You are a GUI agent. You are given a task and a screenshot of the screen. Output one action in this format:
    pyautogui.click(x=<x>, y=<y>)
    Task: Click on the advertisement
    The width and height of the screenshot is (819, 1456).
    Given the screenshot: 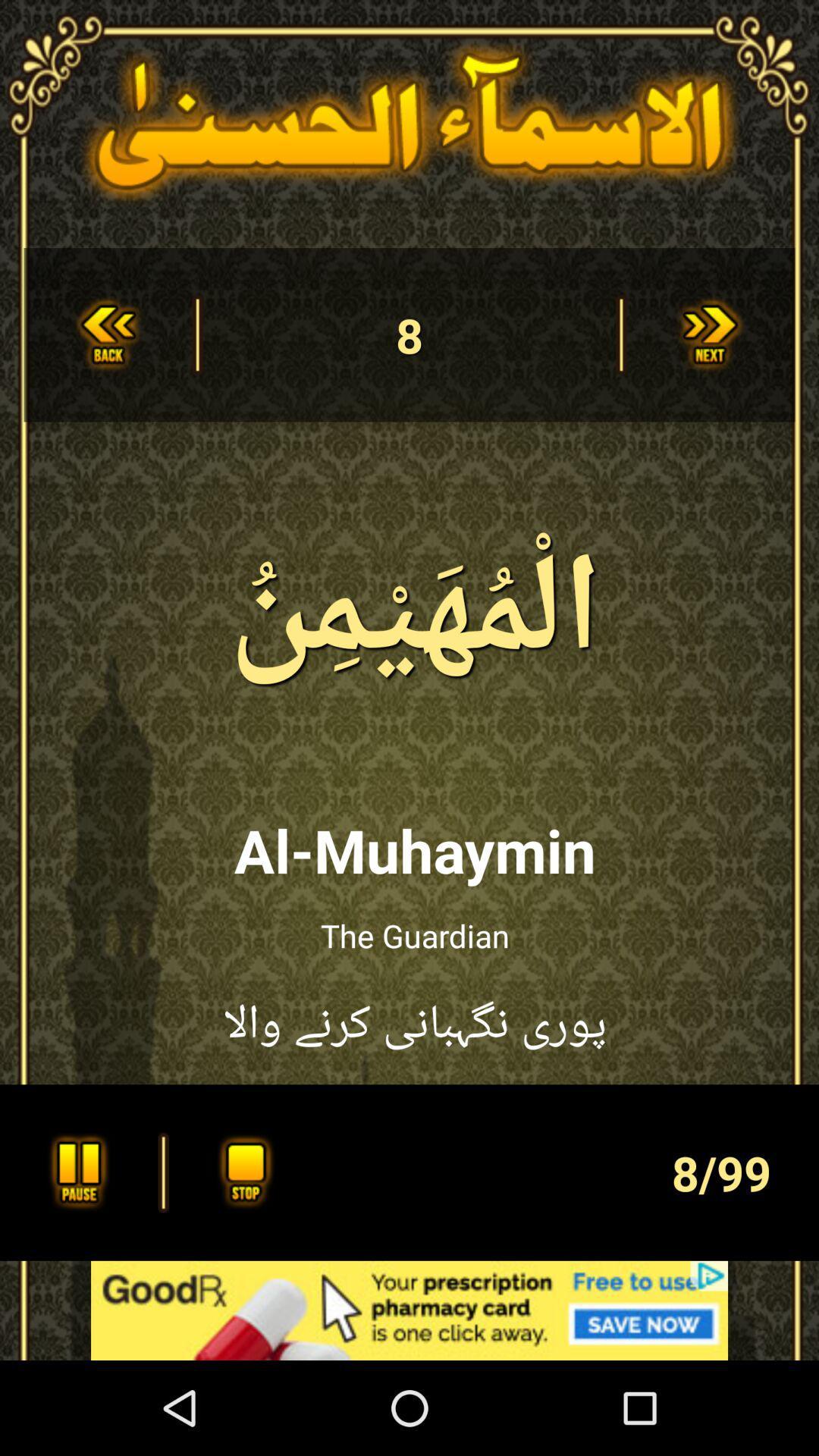 What is the action you would take?
    pyautogui.click(x=409, y=1310)
    